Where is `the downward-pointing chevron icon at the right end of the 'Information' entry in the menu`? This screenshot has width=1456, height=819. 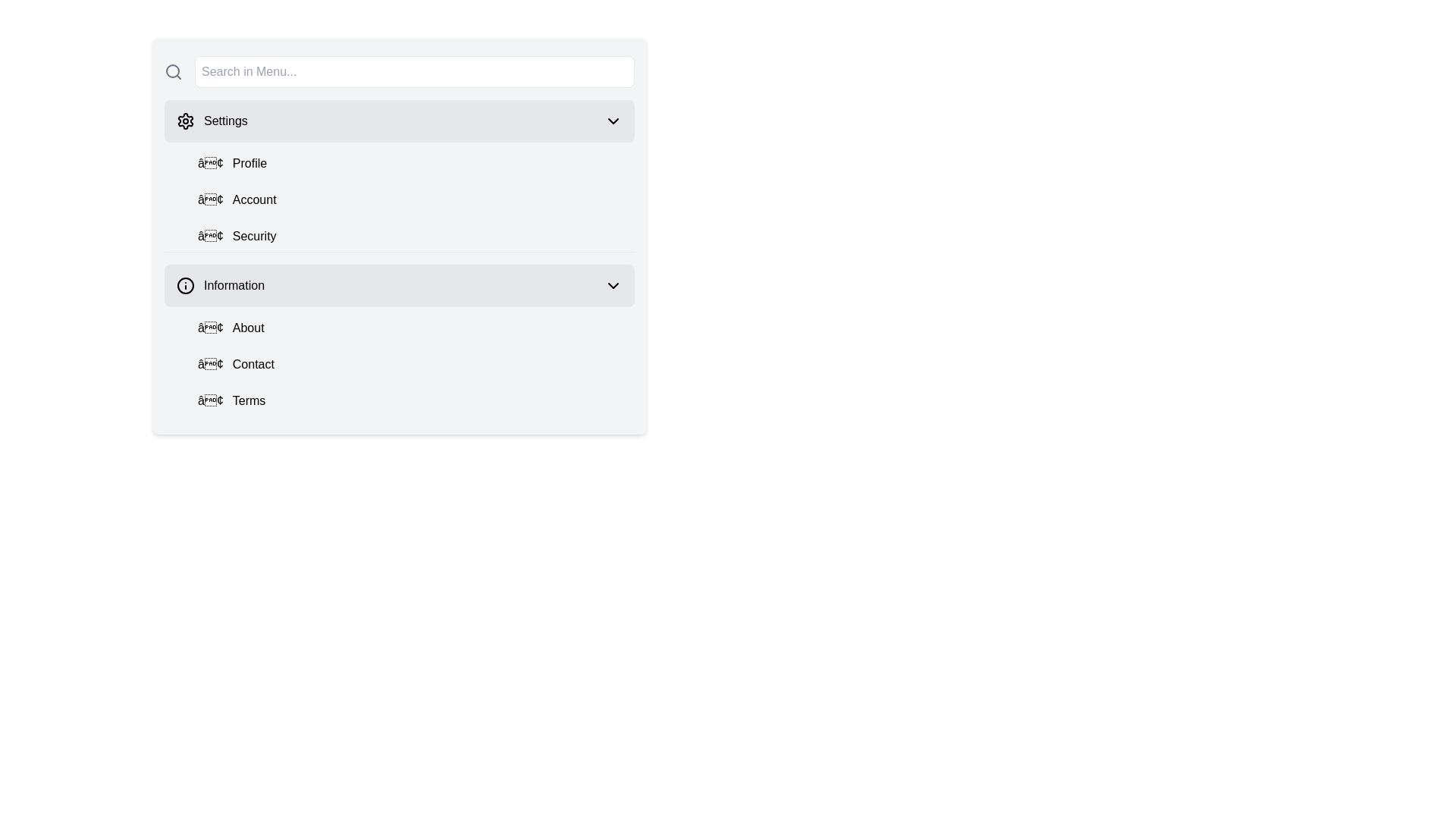 the downward-pointing chevron icon at the right end of the 'Information' entry in the menu is located at coordinates (613, 286).